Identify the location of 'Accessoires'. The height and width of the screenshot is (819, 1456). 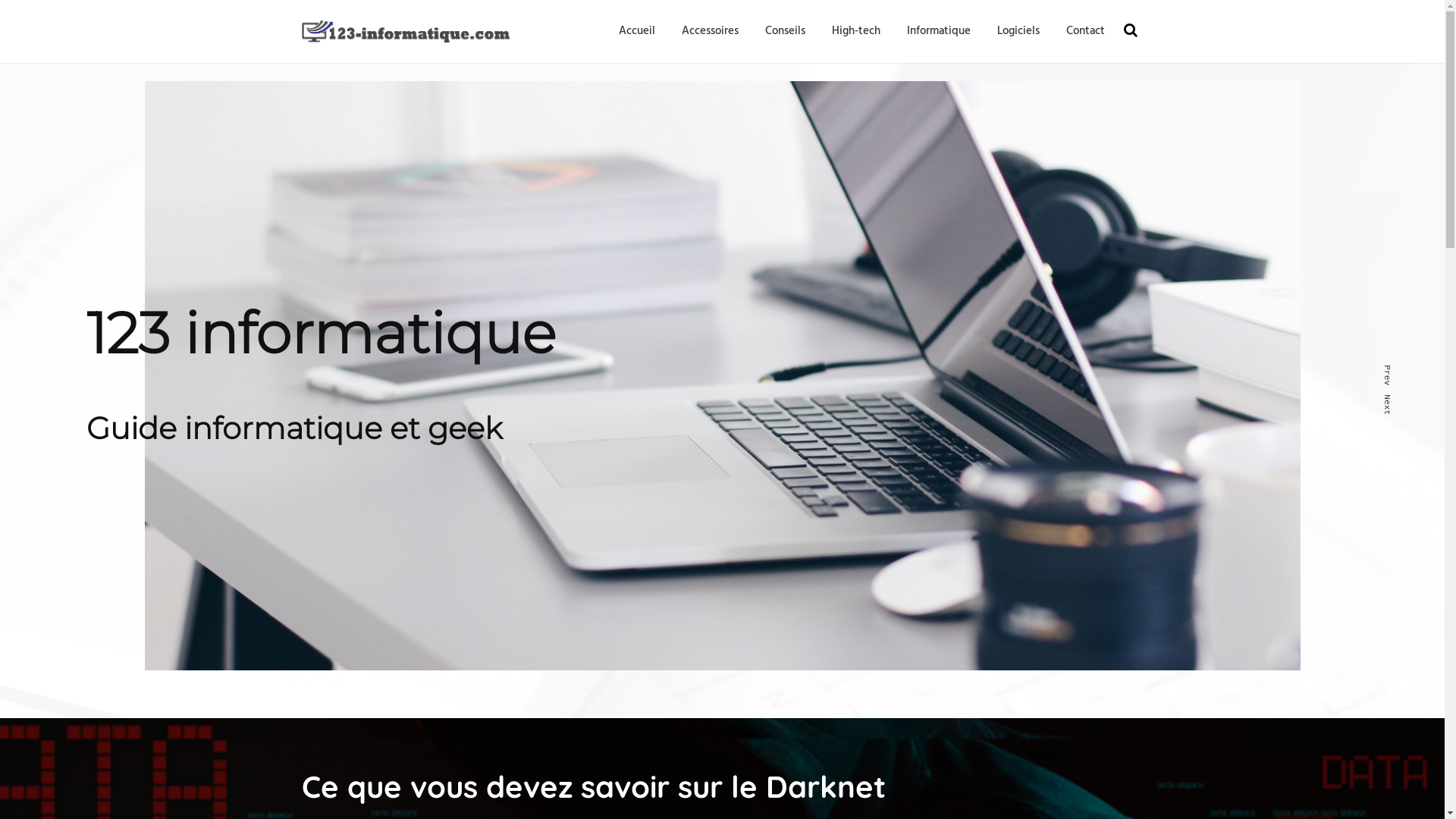
(708, 31).